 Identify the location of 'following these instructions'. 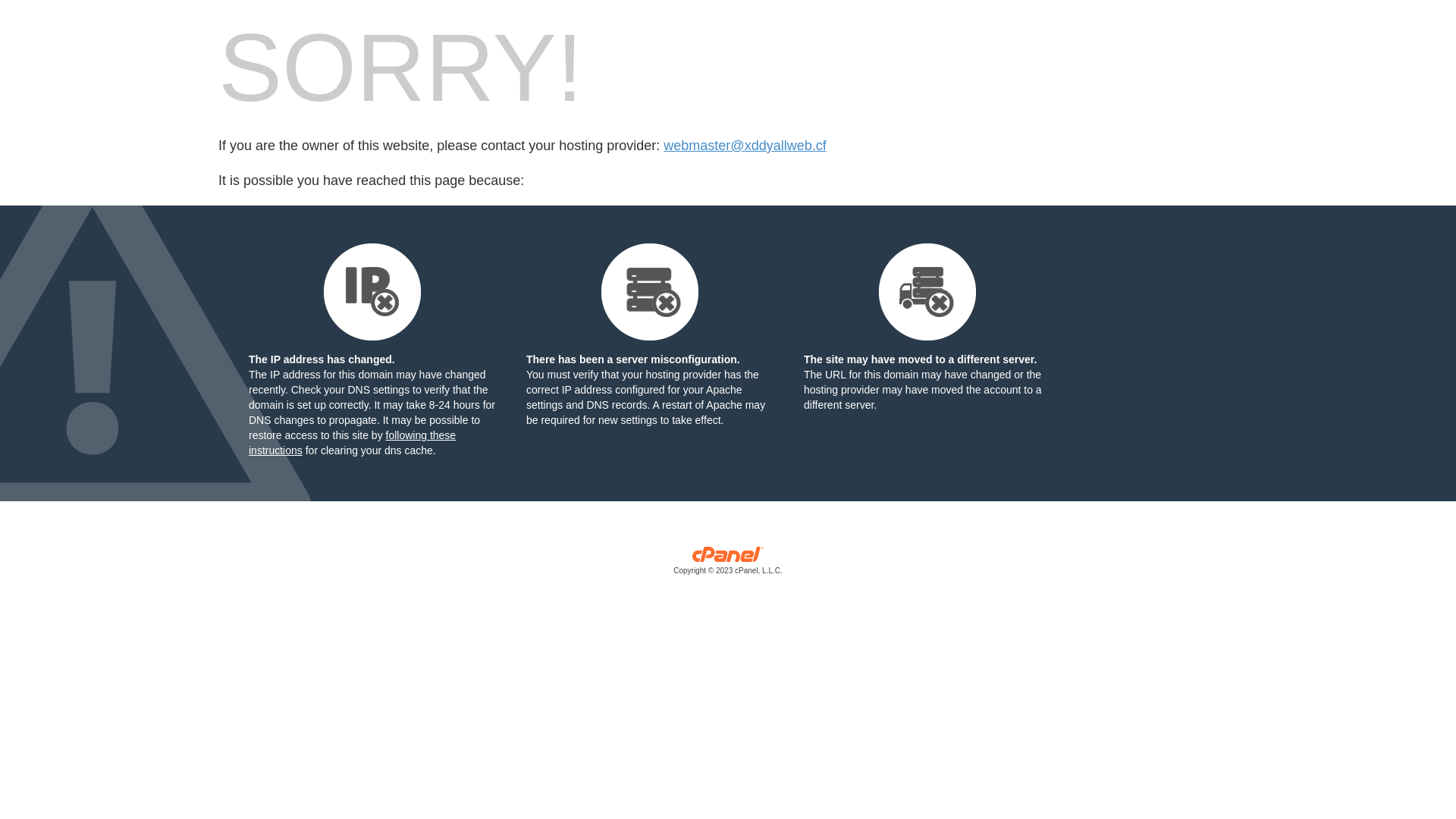
(351, 442).